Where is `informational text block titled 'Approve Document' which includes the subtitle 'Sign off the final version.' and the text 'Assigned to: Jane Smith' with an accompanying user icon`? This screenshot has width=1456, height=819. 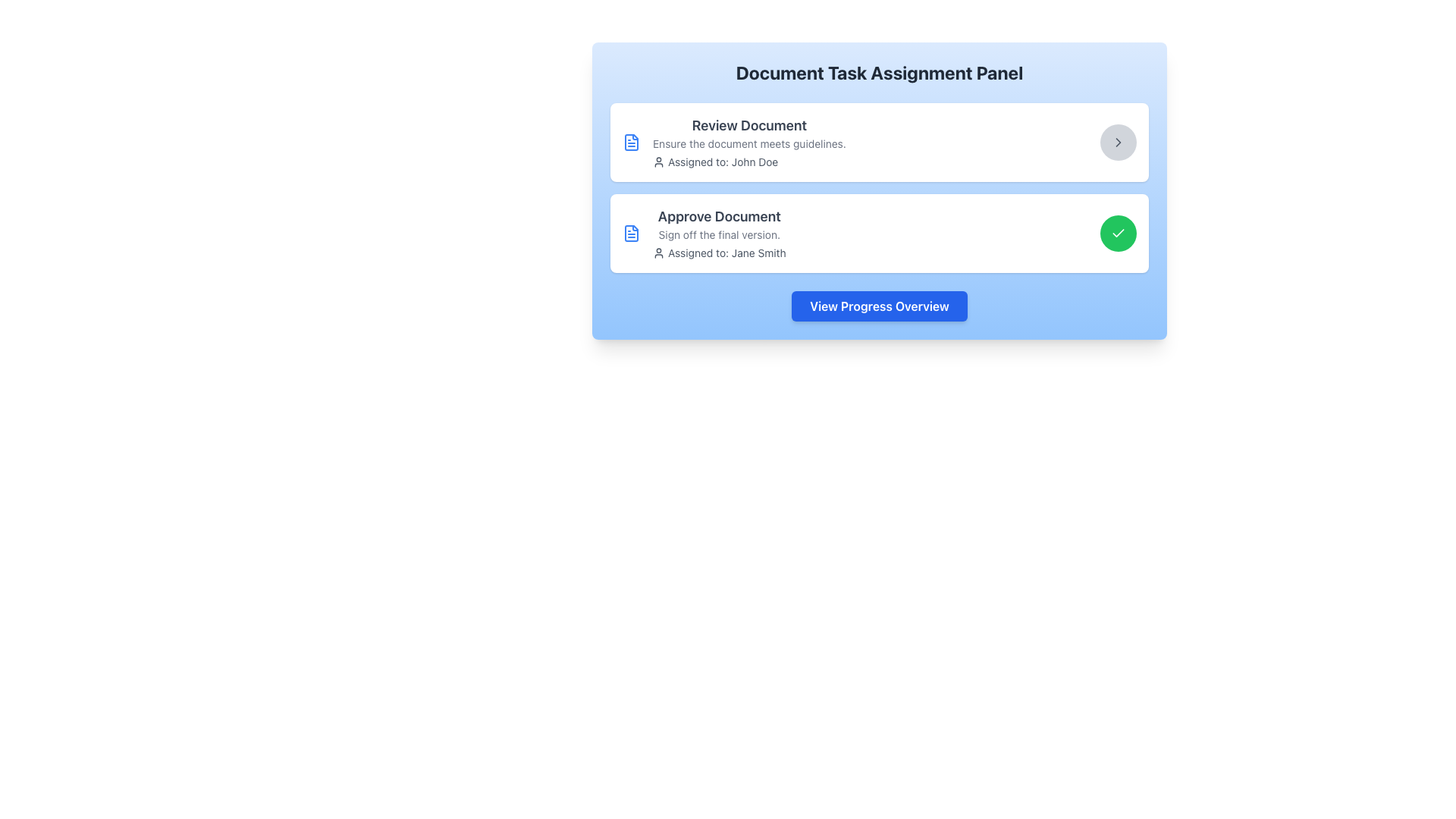 informational text block titled 'Approve Document' which includes the subtitle 'Sign off the final version.' and the text 'Assigned to: Jane Smith' with an accompanying user icon is located at coordinates (703, 234).